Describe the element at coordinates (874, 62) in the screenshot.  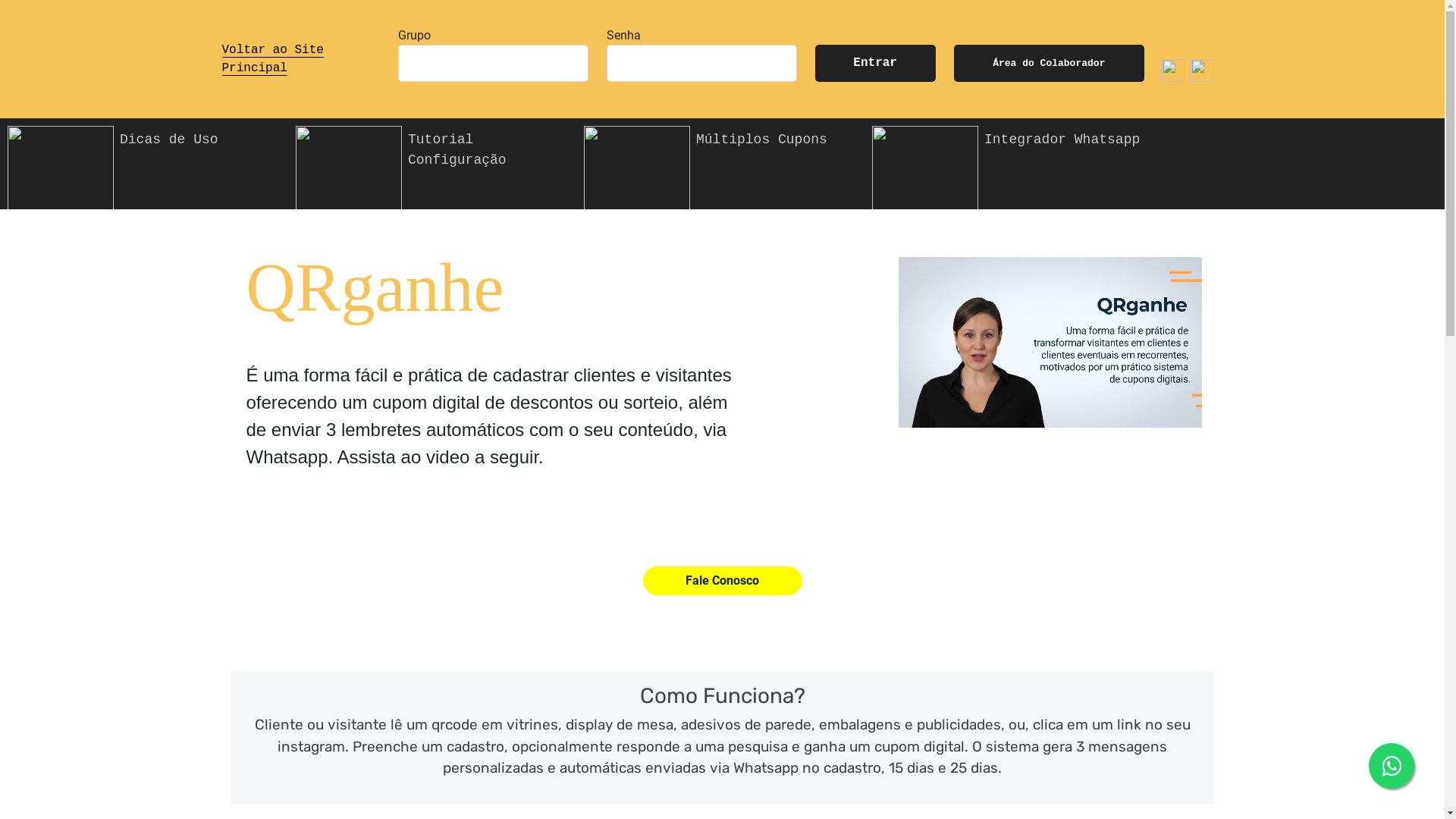
I see `'Entrar'` at that location.